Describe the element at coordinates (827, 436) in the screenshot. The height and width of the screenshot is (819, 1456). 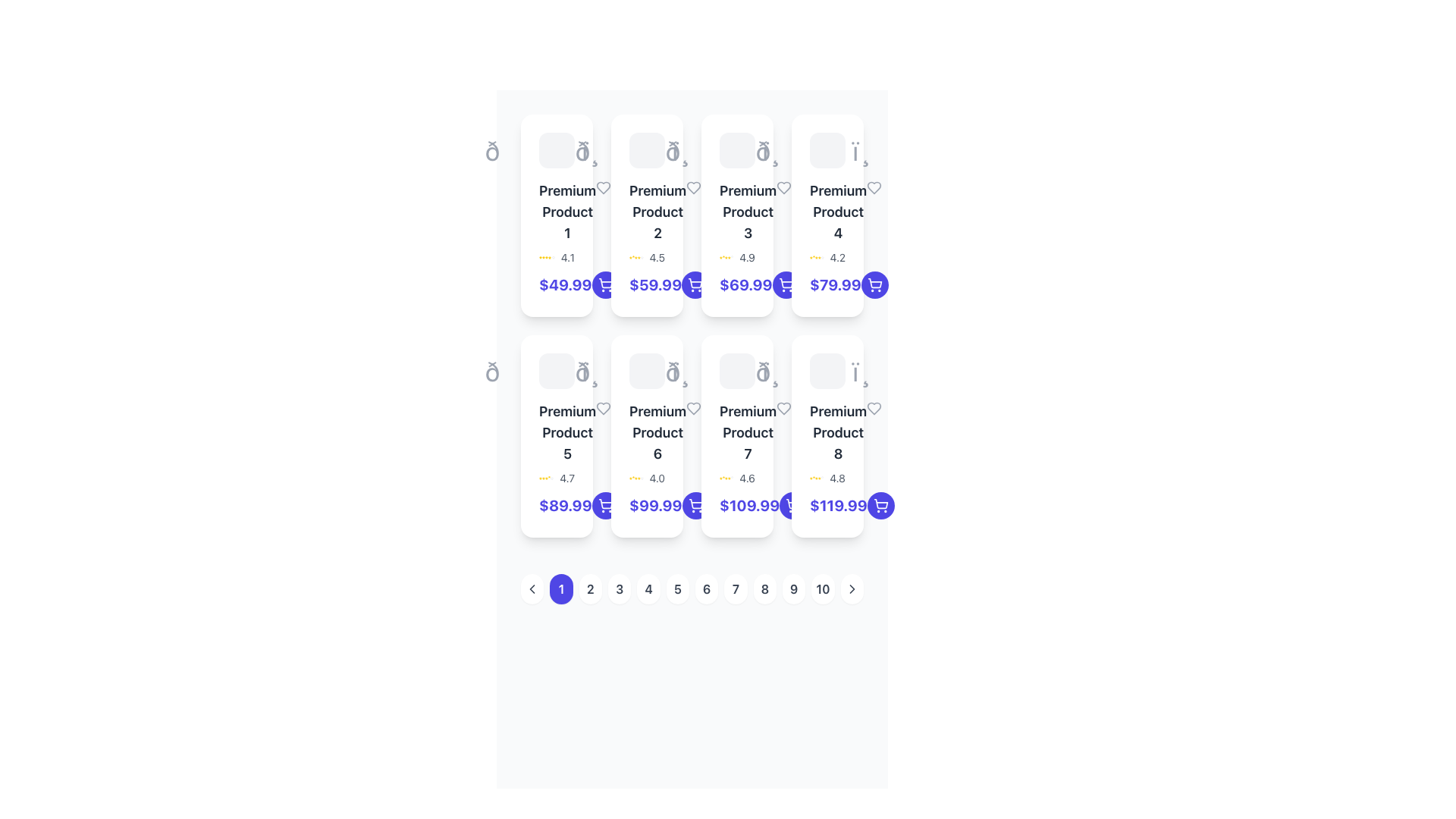
I see `the last product card in the second row of the grid` at that location.